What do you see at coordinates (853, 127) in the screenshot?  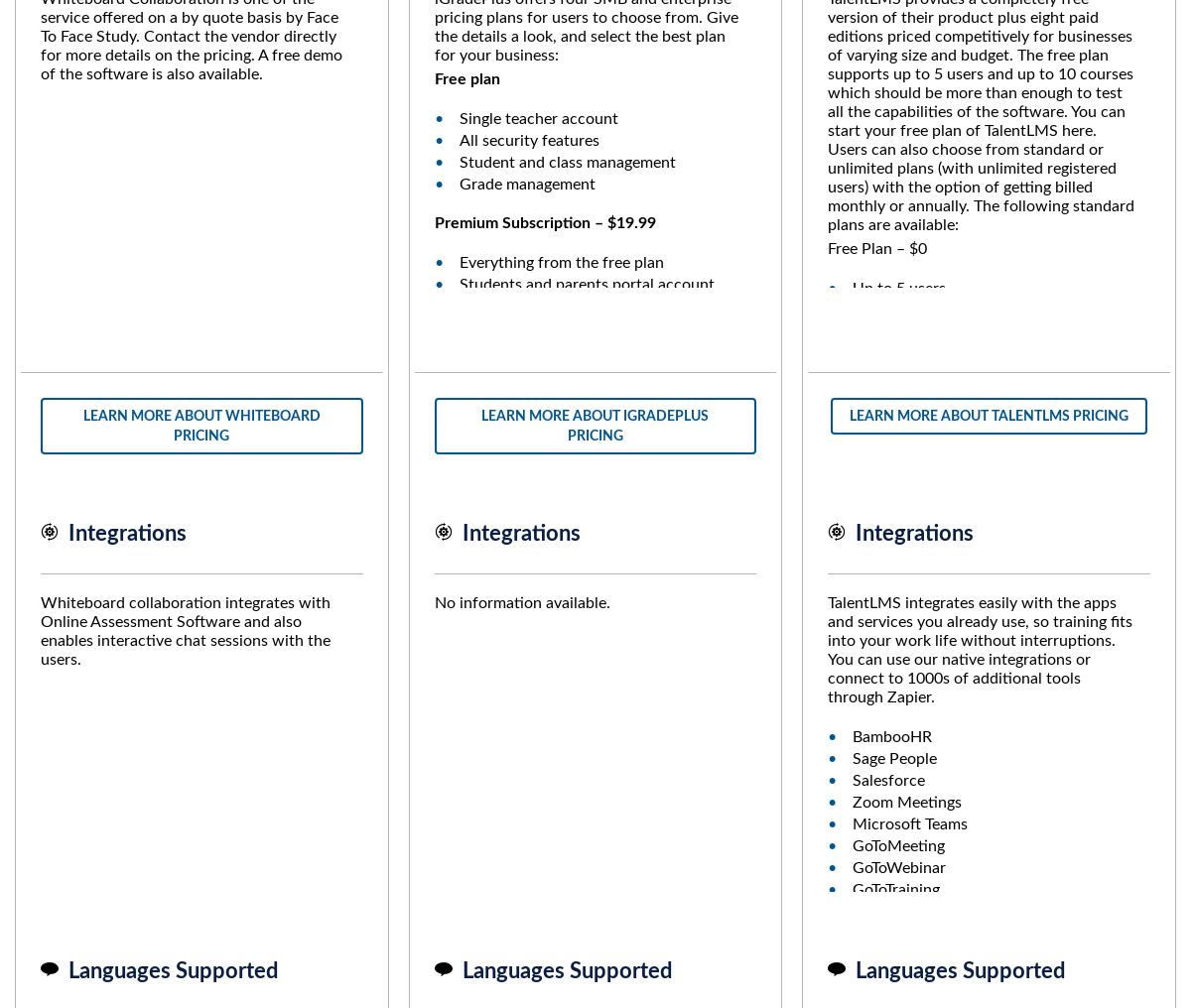 I see `'Certification Management'` at bounding box center [853, 127].